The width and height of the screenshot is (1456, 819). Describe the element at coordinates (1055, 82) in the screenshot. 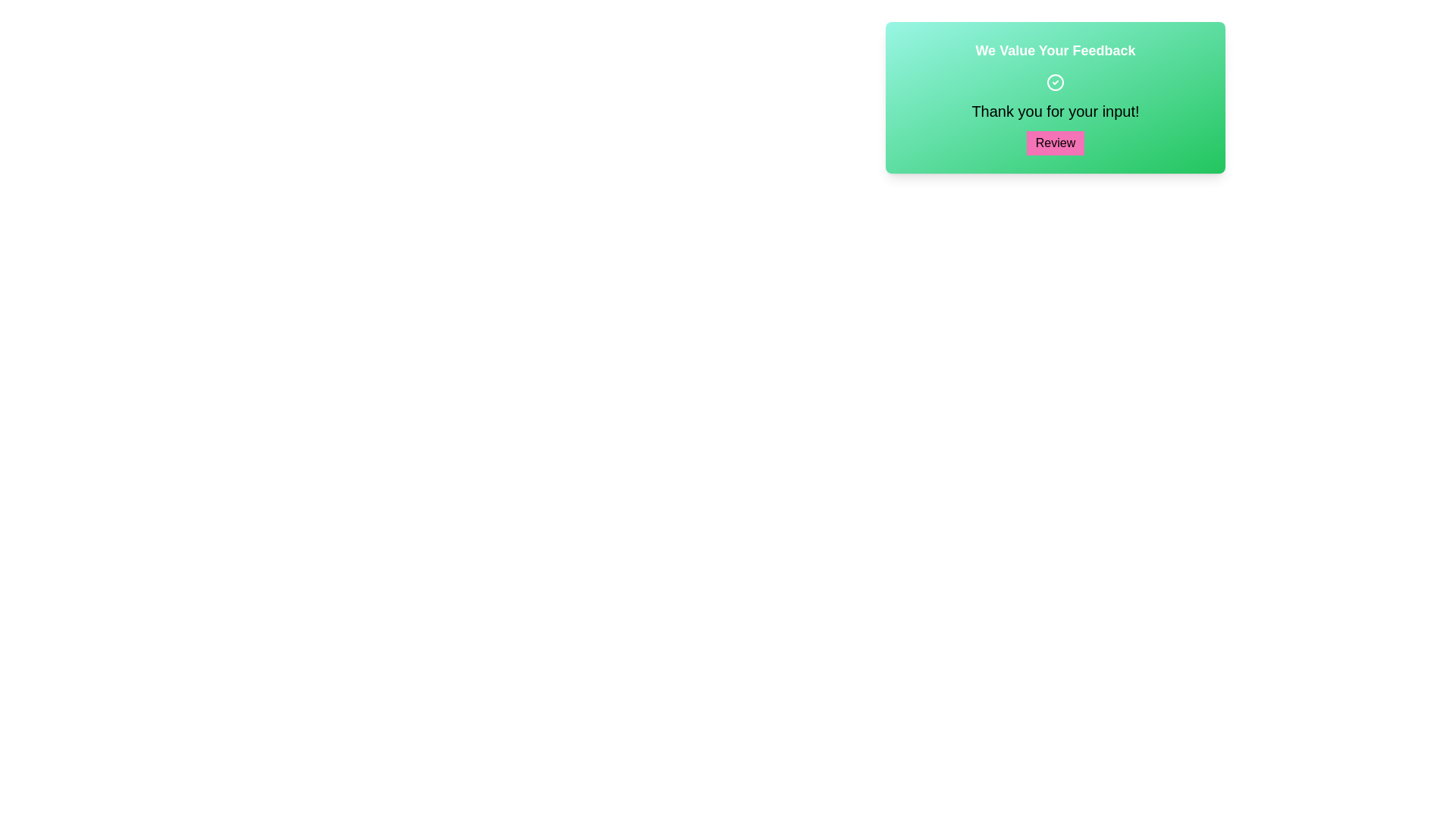

I see `the circle element in the SVG graphic, which serves as the base shape of a checkmark icon in the feedback modal` at that location.